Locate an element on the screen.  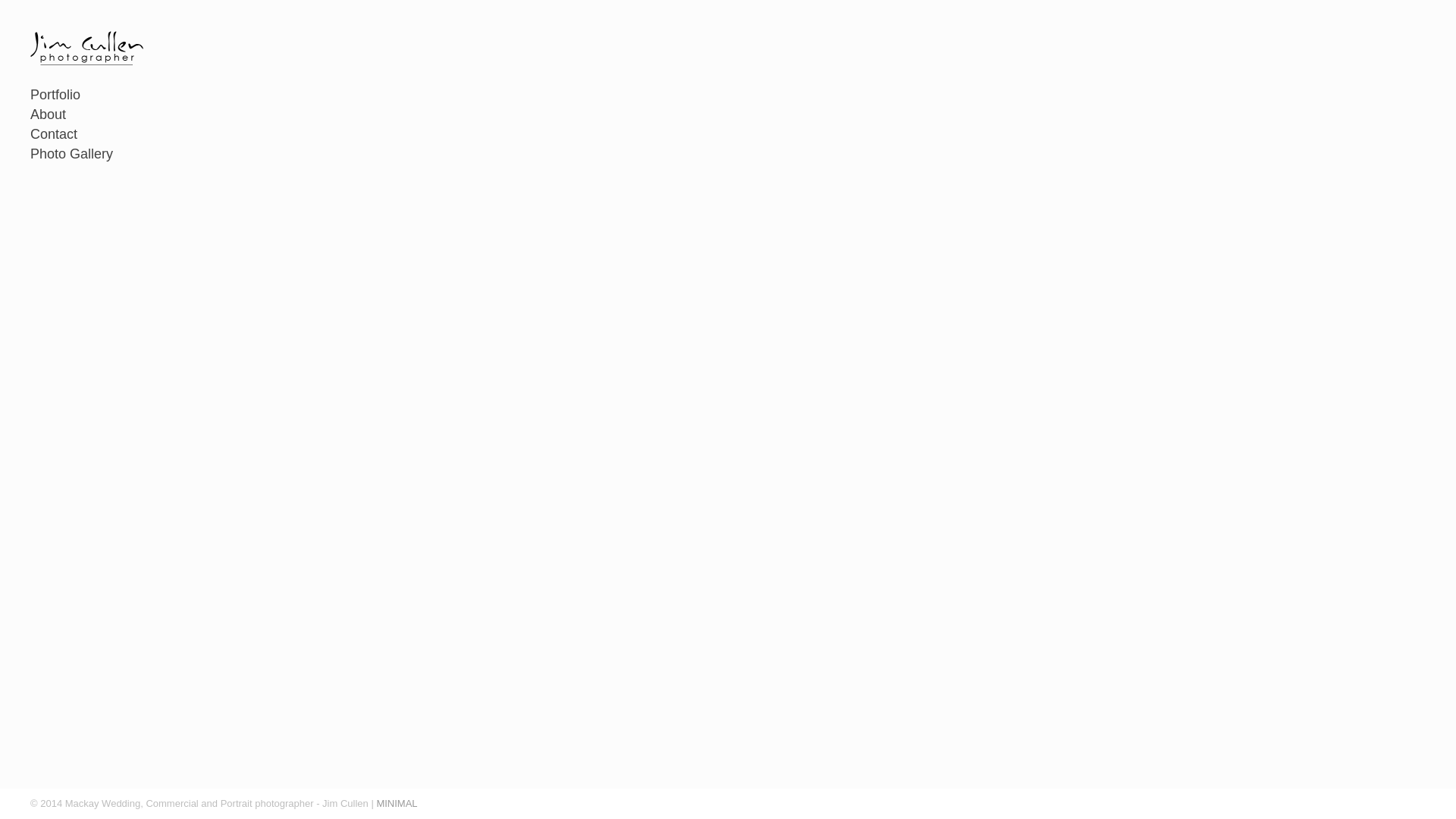
'About' is located at coordinates (86, 114).